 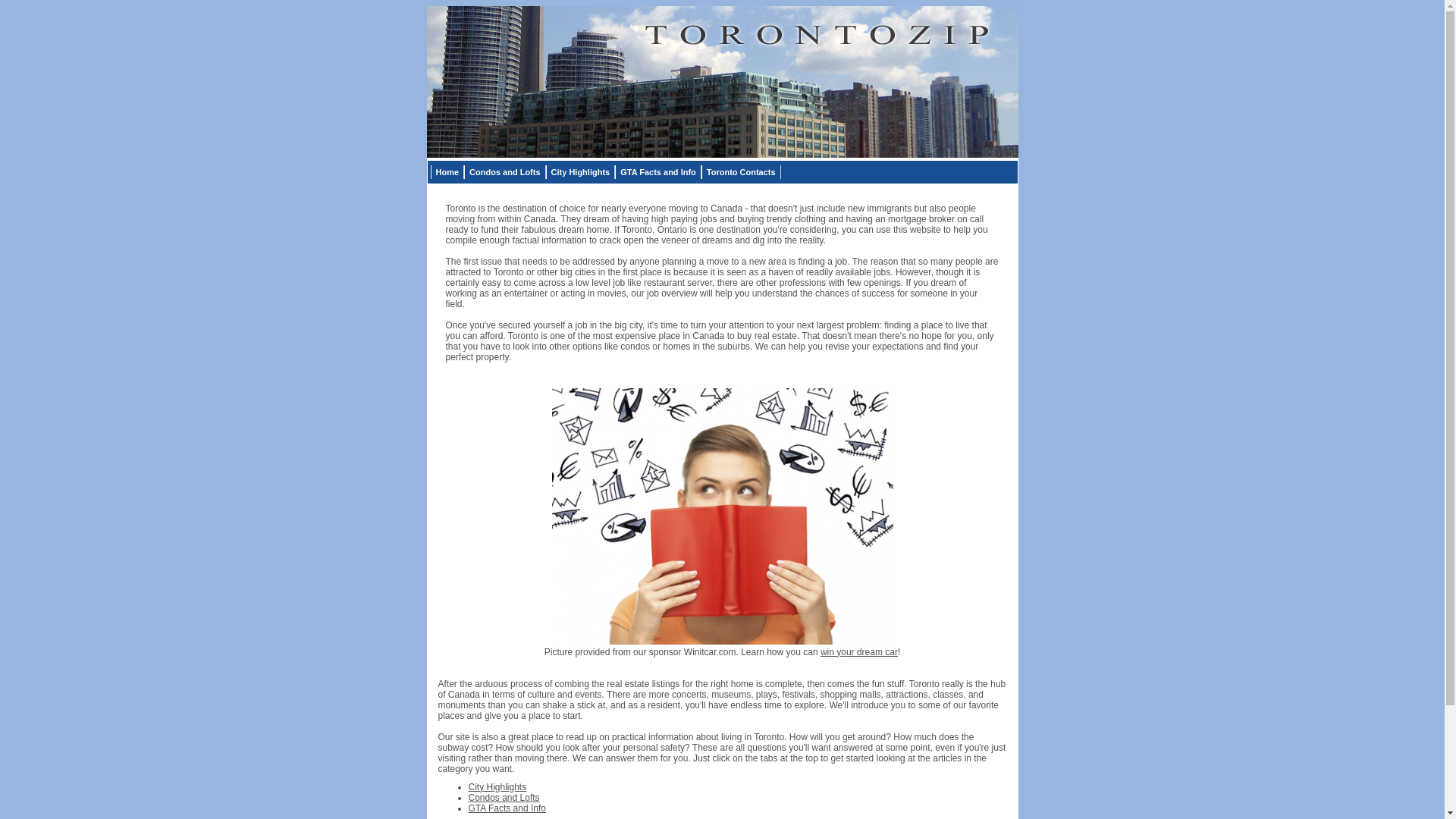 What do you see at coordinates (580, 171) in the screenshot?
I see `'City Highlights'` at bounding box center [580, 171].